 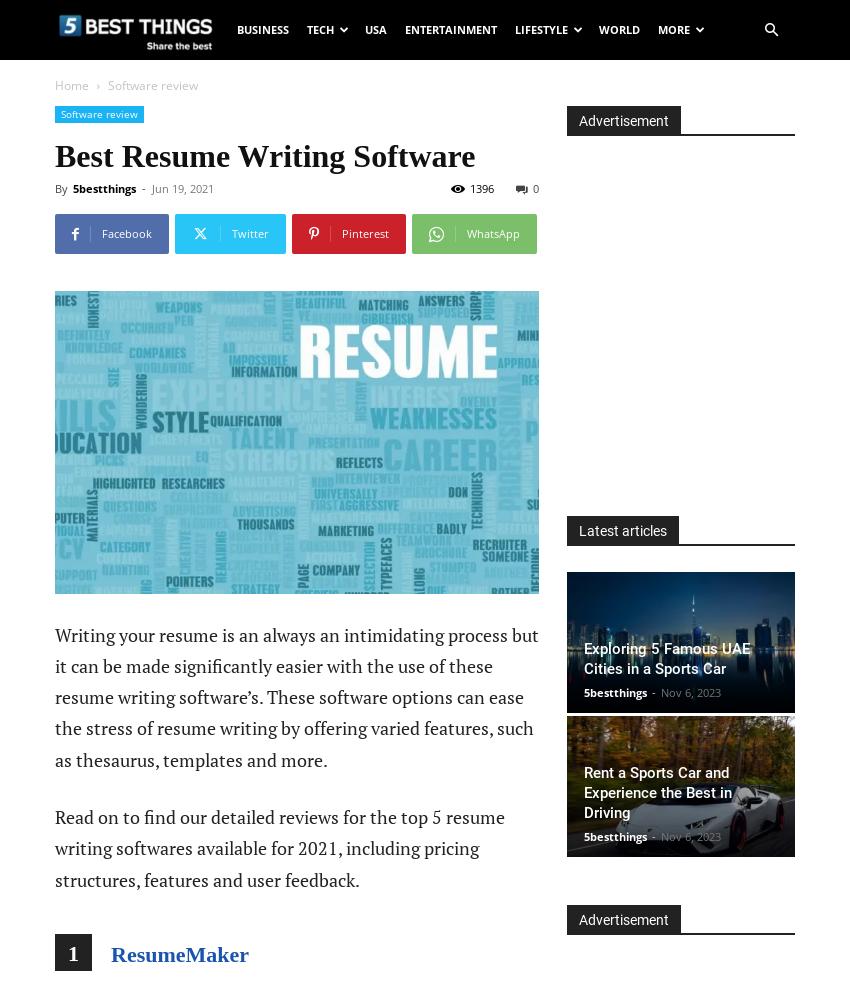 I want to click on 'Pinterest', so click(x=364, y=232).